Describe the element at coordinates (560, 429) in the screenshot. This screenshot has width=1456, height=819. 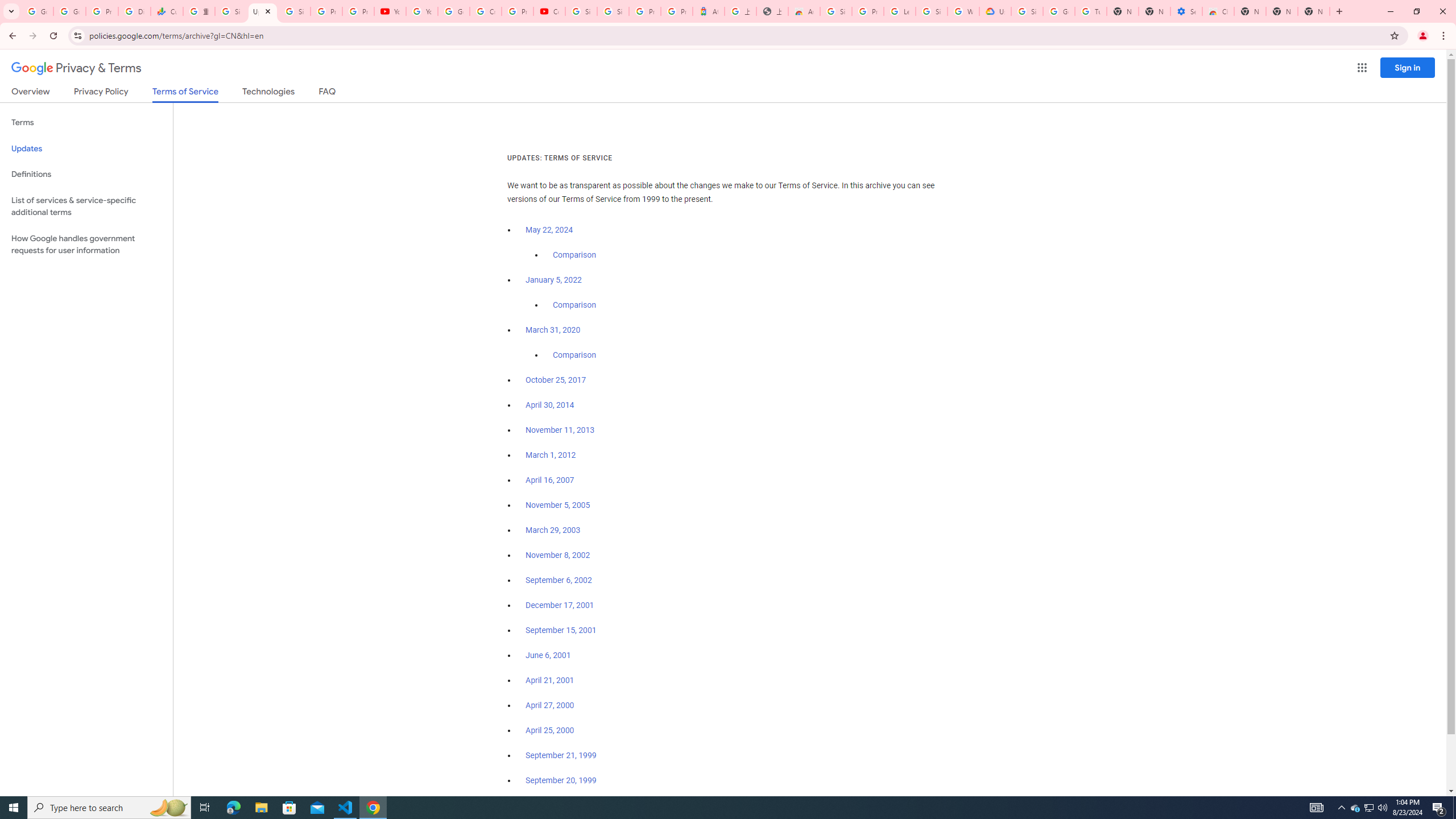
I see `'November 11, 2013'` at that location.